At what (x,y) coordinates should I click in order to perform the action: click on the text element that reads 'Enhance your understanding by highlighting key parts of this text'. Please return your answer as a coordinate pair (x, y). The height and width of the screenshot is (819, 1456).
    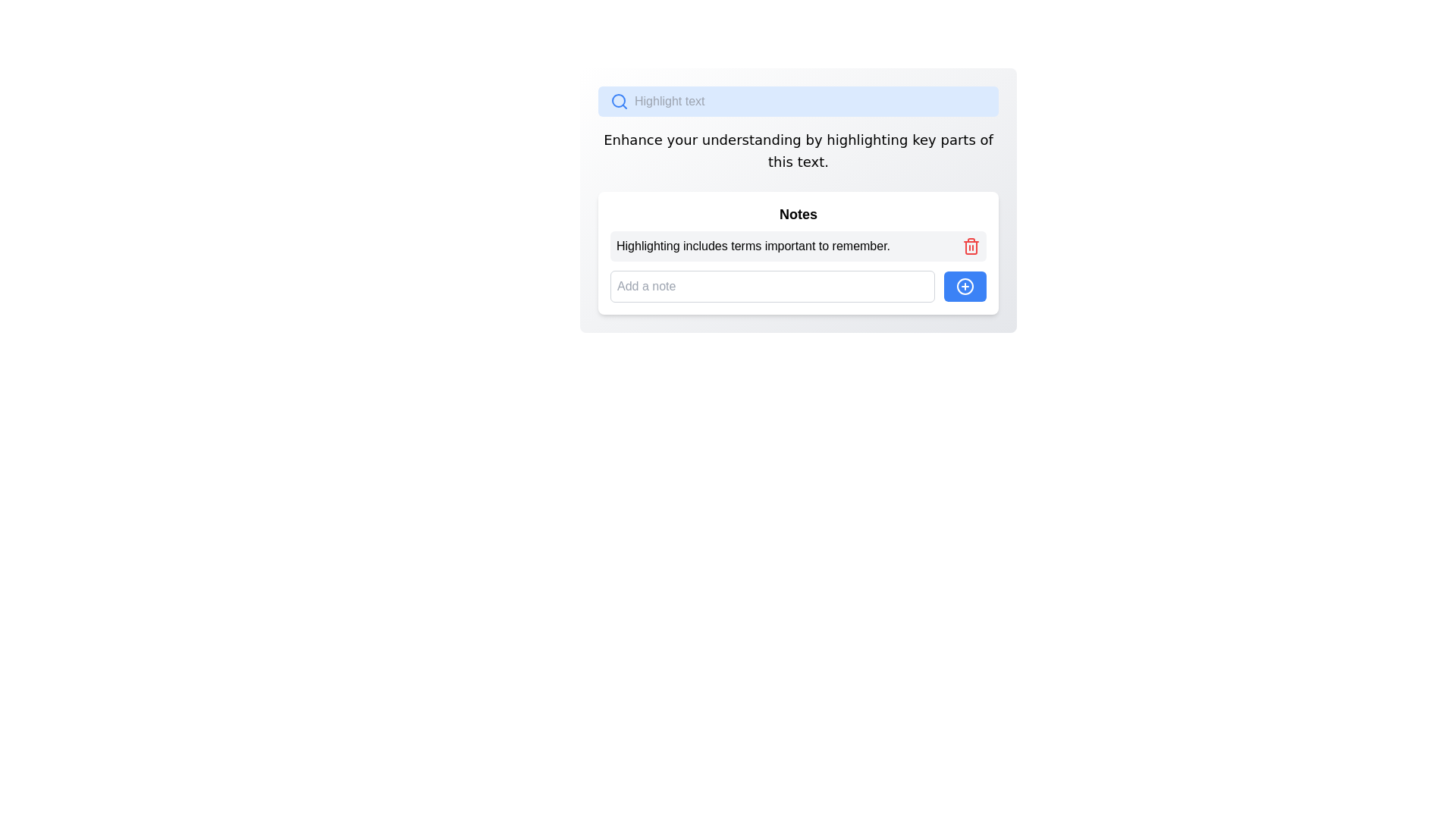
    Looking at the image, I should click on (824, 140).